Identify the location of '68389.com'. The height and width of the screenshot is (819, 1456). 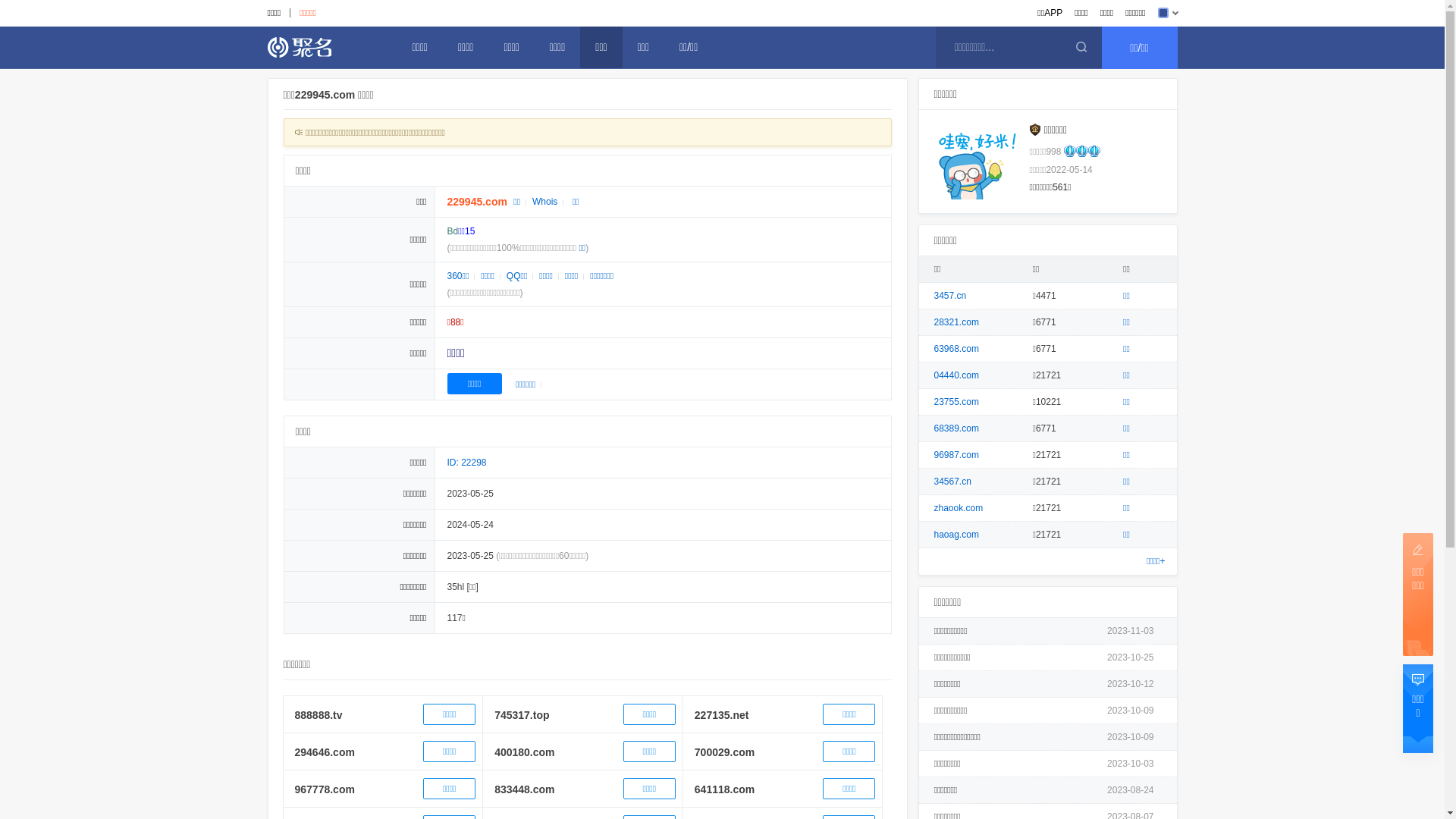
(955, 428).